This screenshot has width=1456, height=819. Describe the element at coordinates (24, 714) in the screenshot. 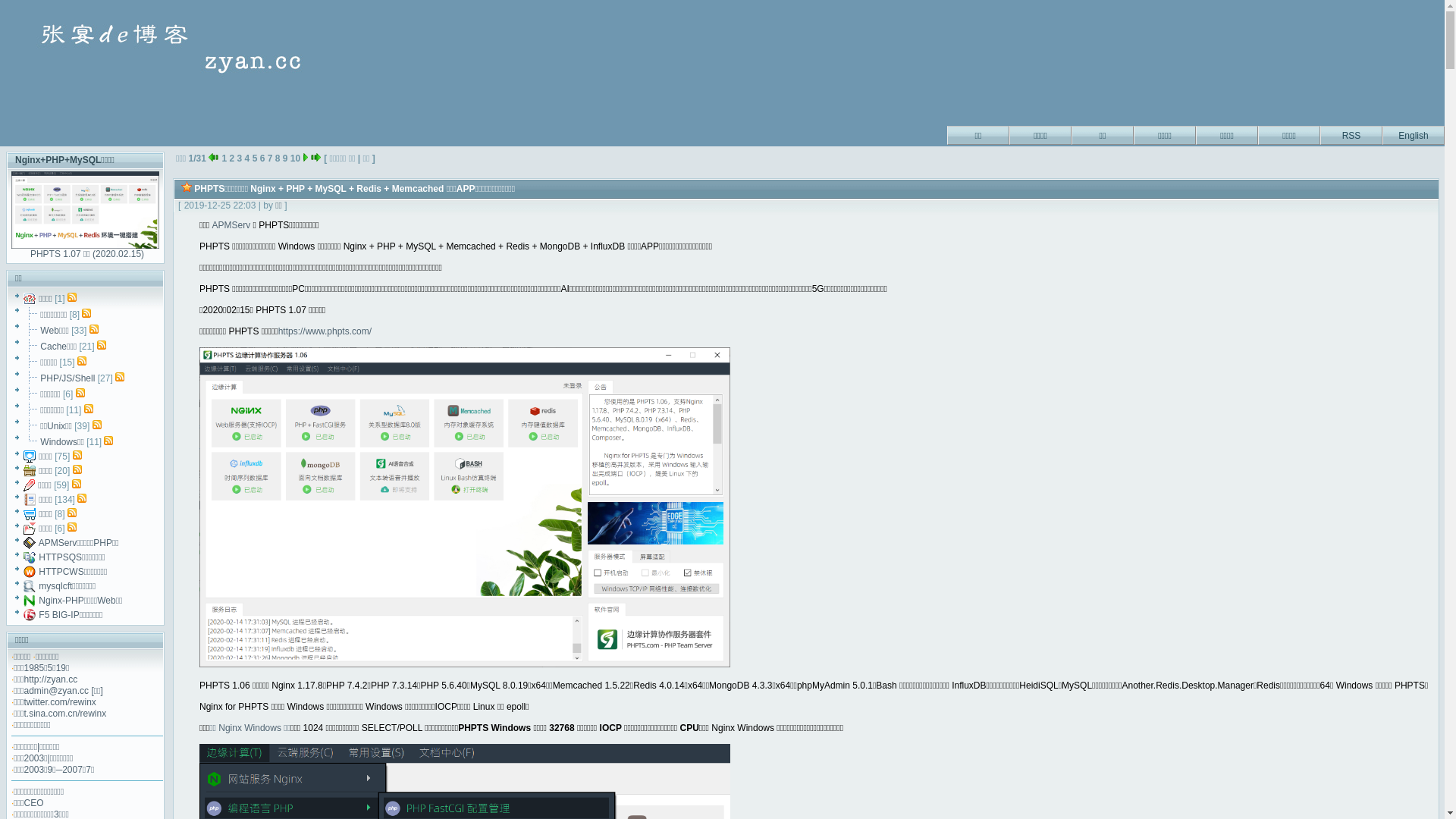

I see `'t.sina.com.cn/rewinx'` at that location.